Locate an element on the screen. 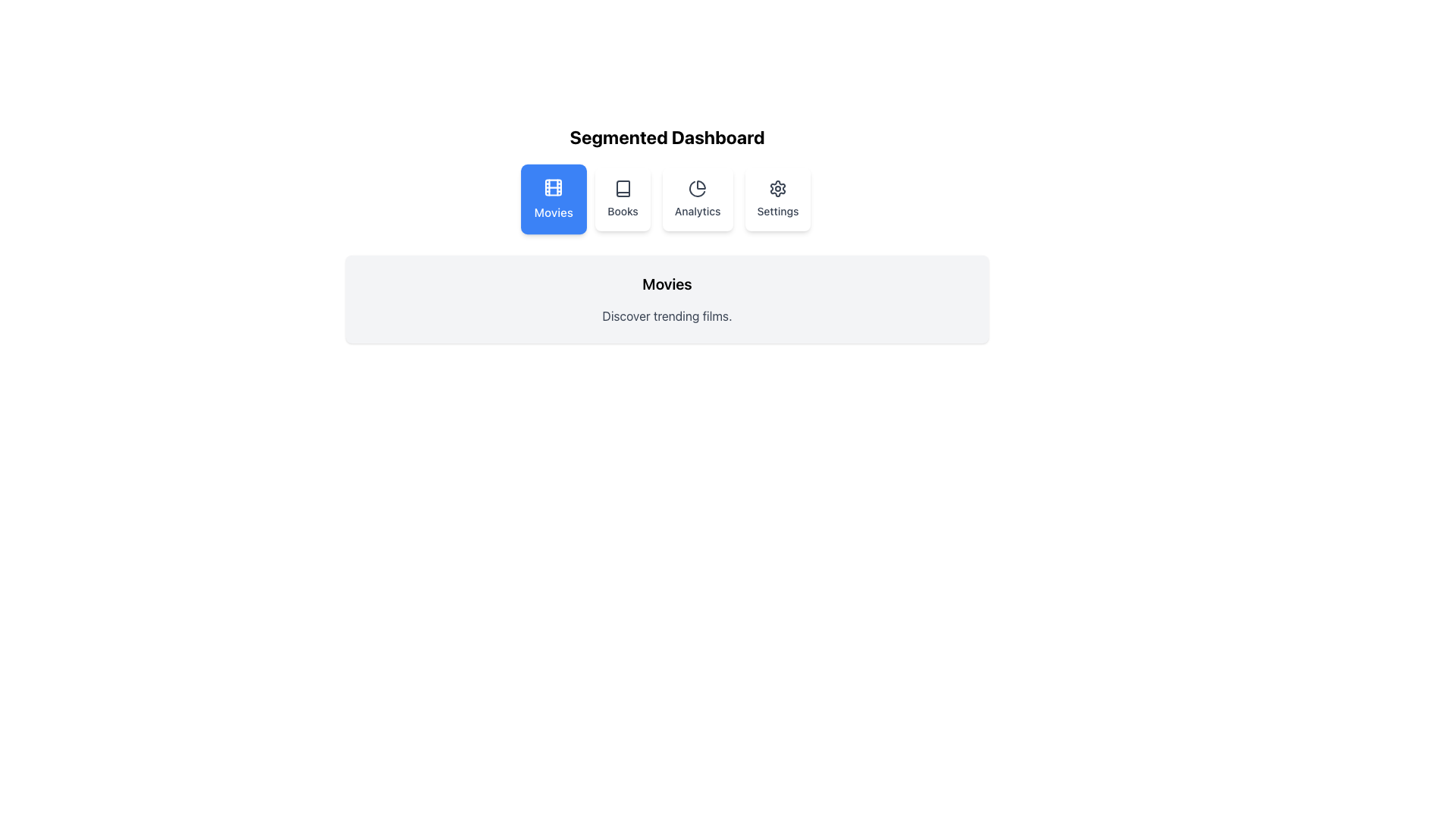 The height and width of the screenshot is (819, 1456). the centered text heading labeled 'Movies' which is displayed in bold and larger font, positioned above the secondary text 'Discover trending films.' is located at coordinates (667, 284).